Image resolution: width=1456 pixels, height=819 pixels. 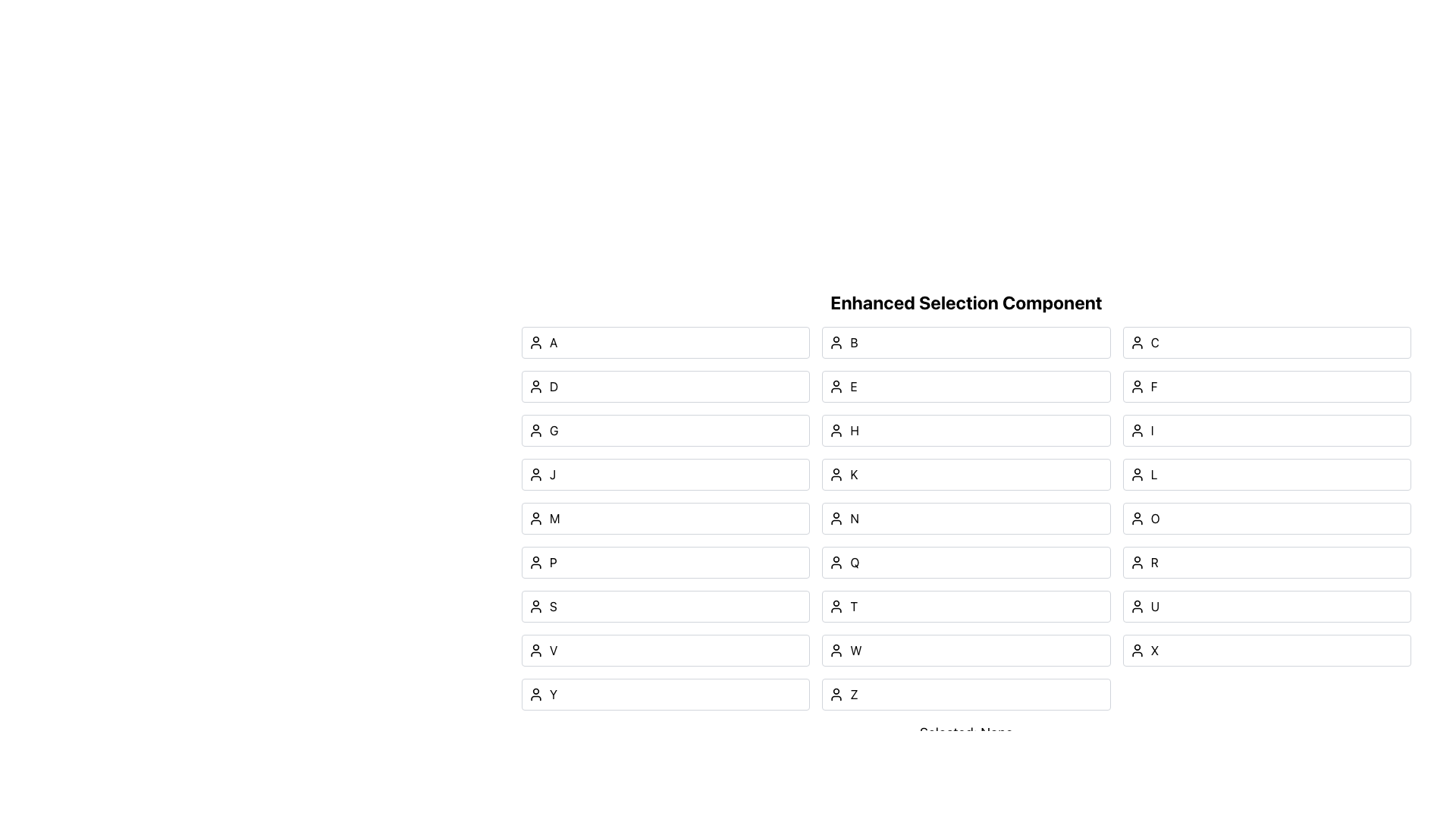 What do you see at coordinates (535, 517) in the screenshot?
I see `the user icon represented by a small icon resembling a simplified human figure, located in the middle of the grid within the left column labeled 'M'` at bounding box center [535, 517].